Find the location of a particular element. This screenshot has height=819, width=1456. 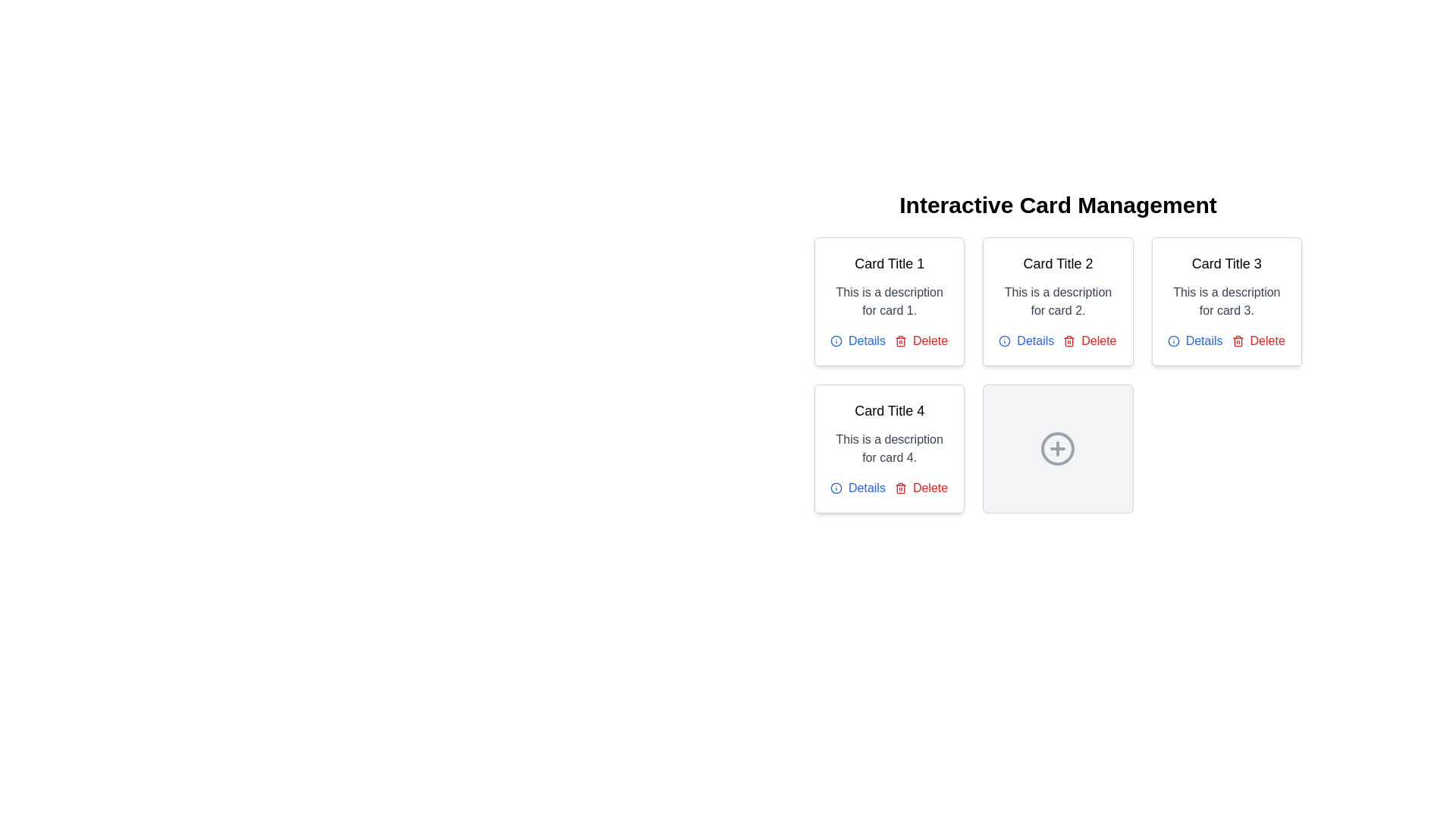

the 'Delete' button-like clickable text with associated trash icon for keyboard navigation is located at coordinates (920, 341).